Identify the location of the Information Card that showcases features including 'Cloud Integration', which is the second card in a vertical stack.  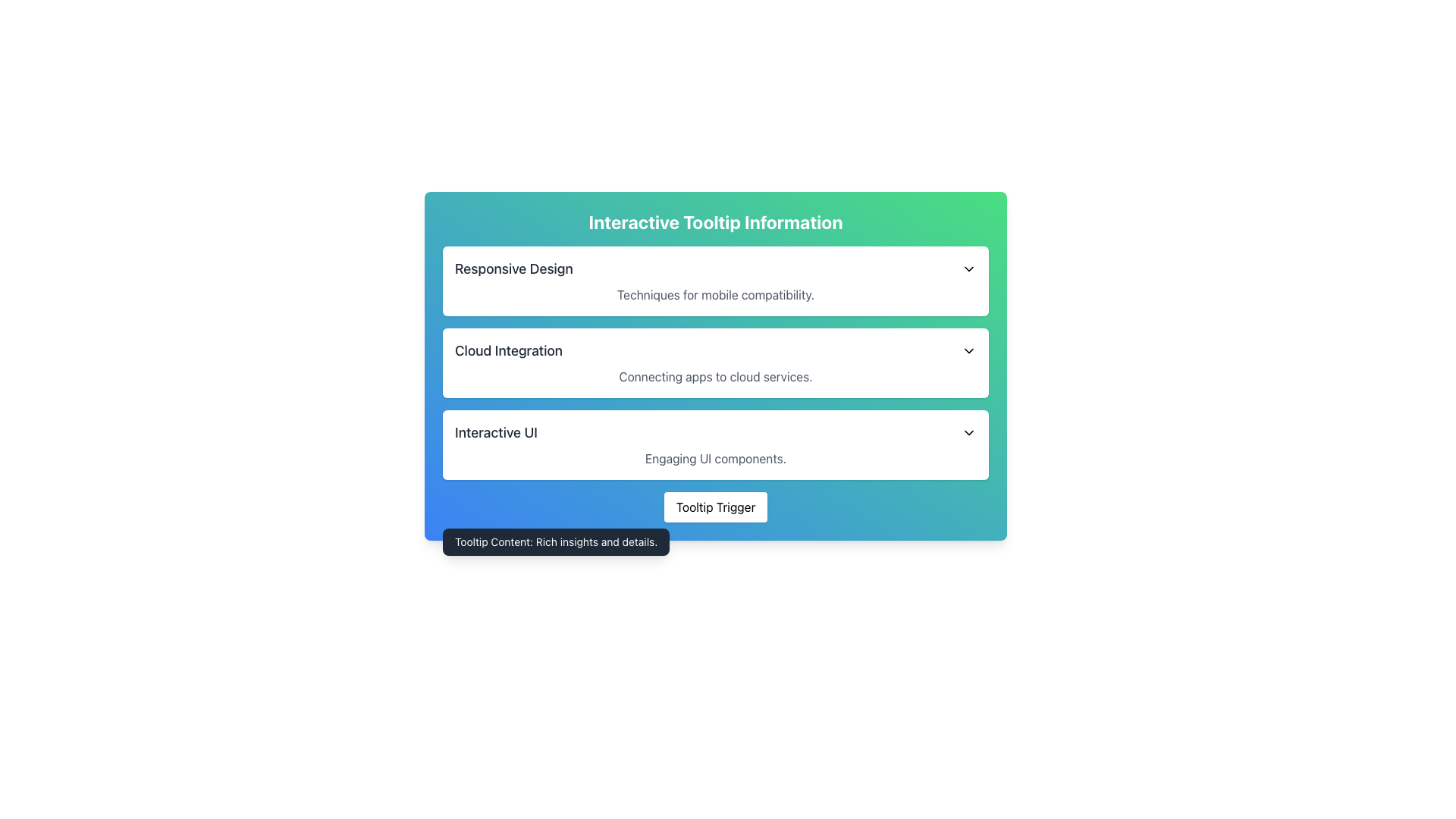
(715, 366).